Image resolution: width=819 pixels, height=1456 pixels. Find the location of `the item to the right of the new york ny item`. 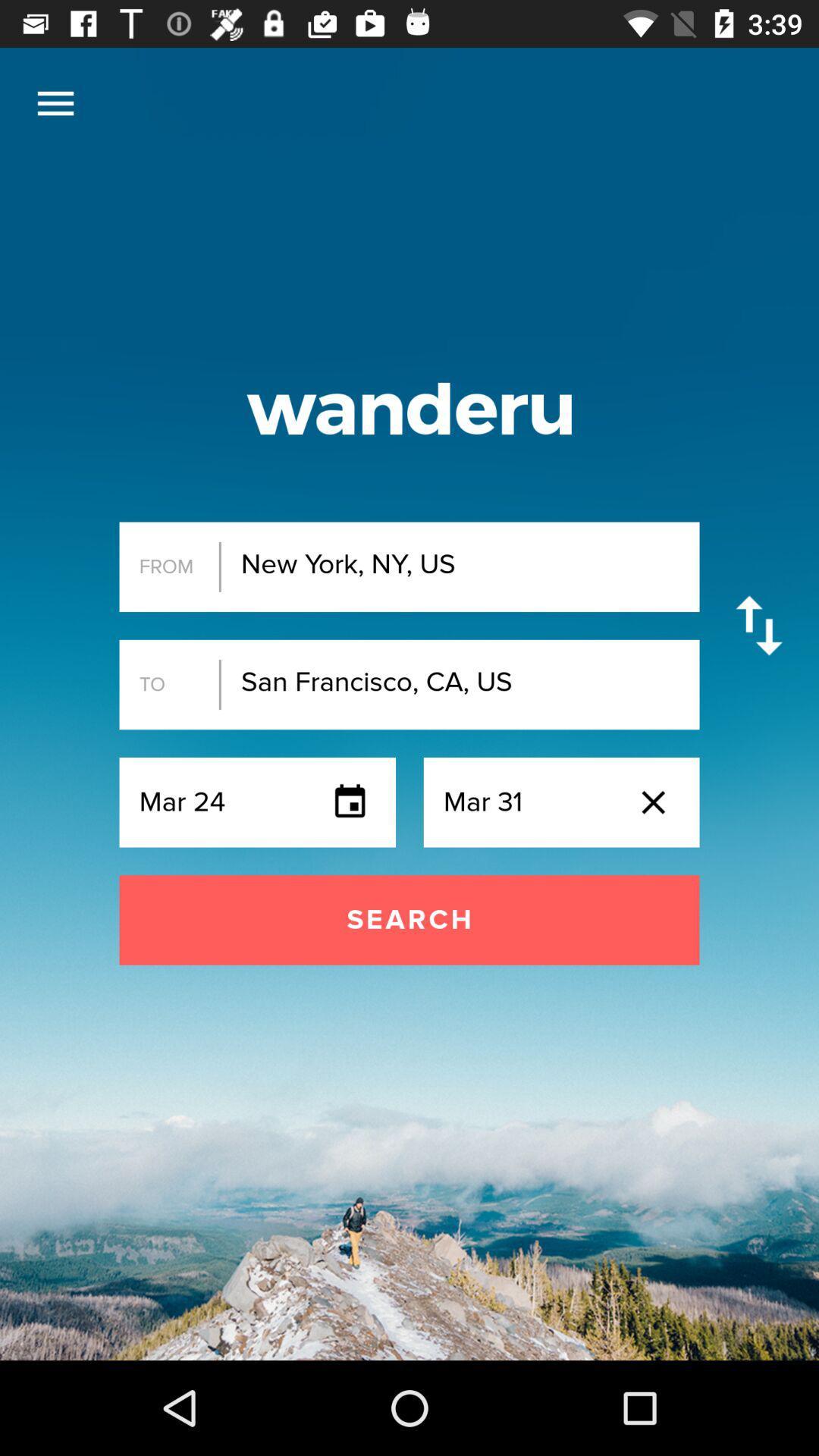

the item to the right of the new york ny item is located at coordinates (759, 626).